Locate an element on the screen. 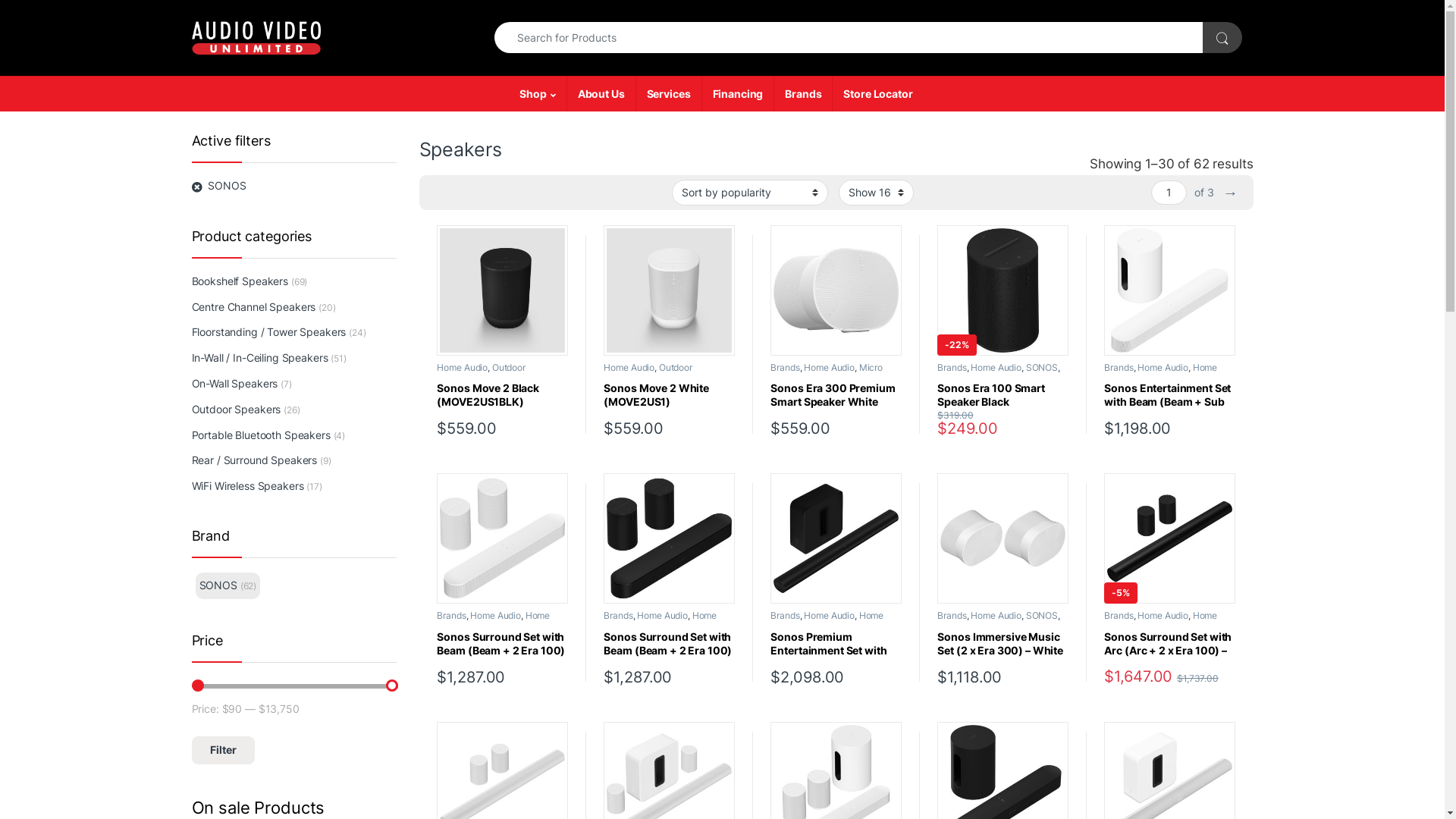 The width and height of the screenshot is (1456, 819). 'Outdoor Speakers' is located at coordinates (235, 409).